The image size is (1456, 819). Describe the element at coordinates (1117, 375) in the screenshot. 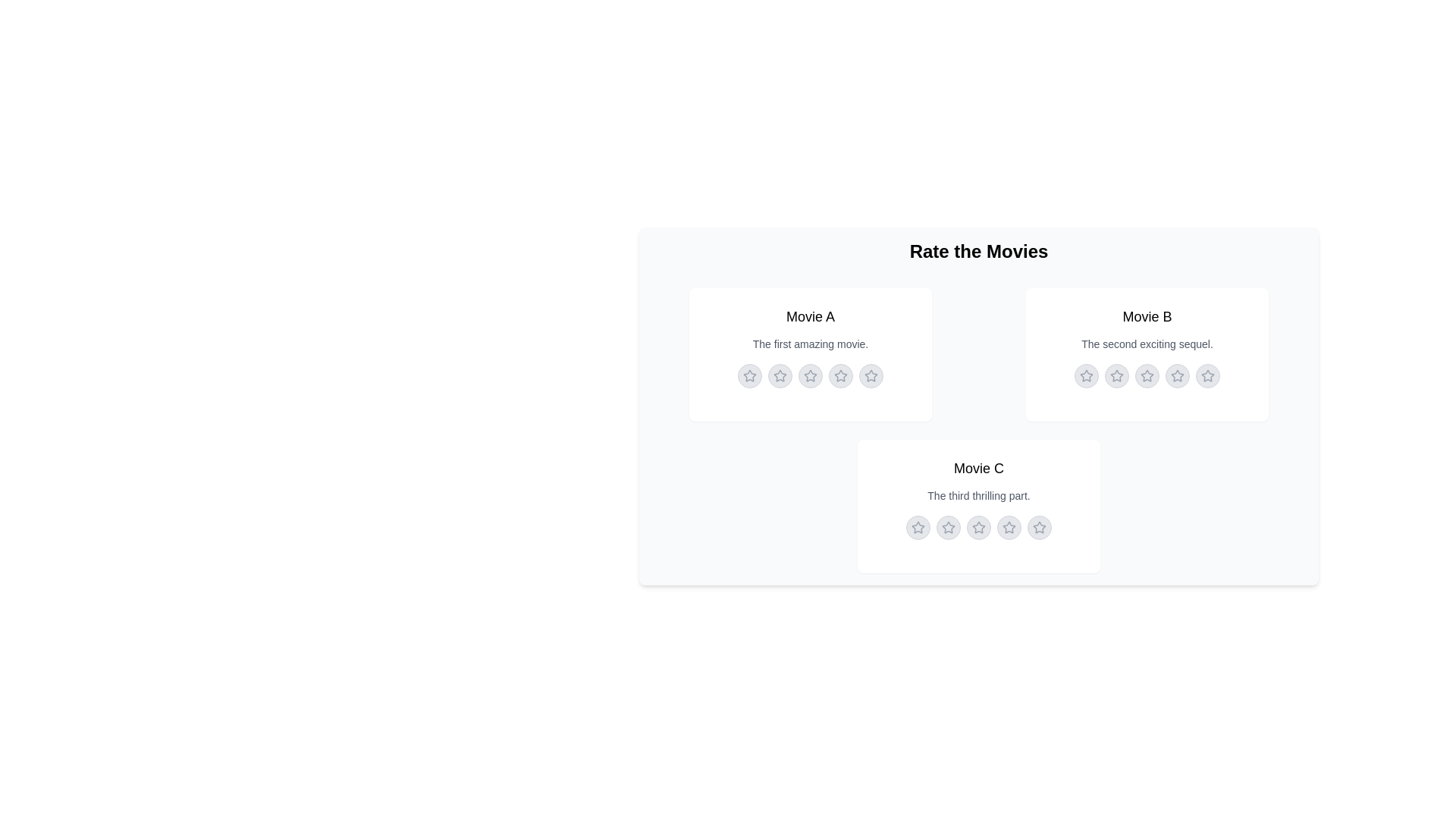

I see `the second clickable rating star for 'Movie B'` at that location.